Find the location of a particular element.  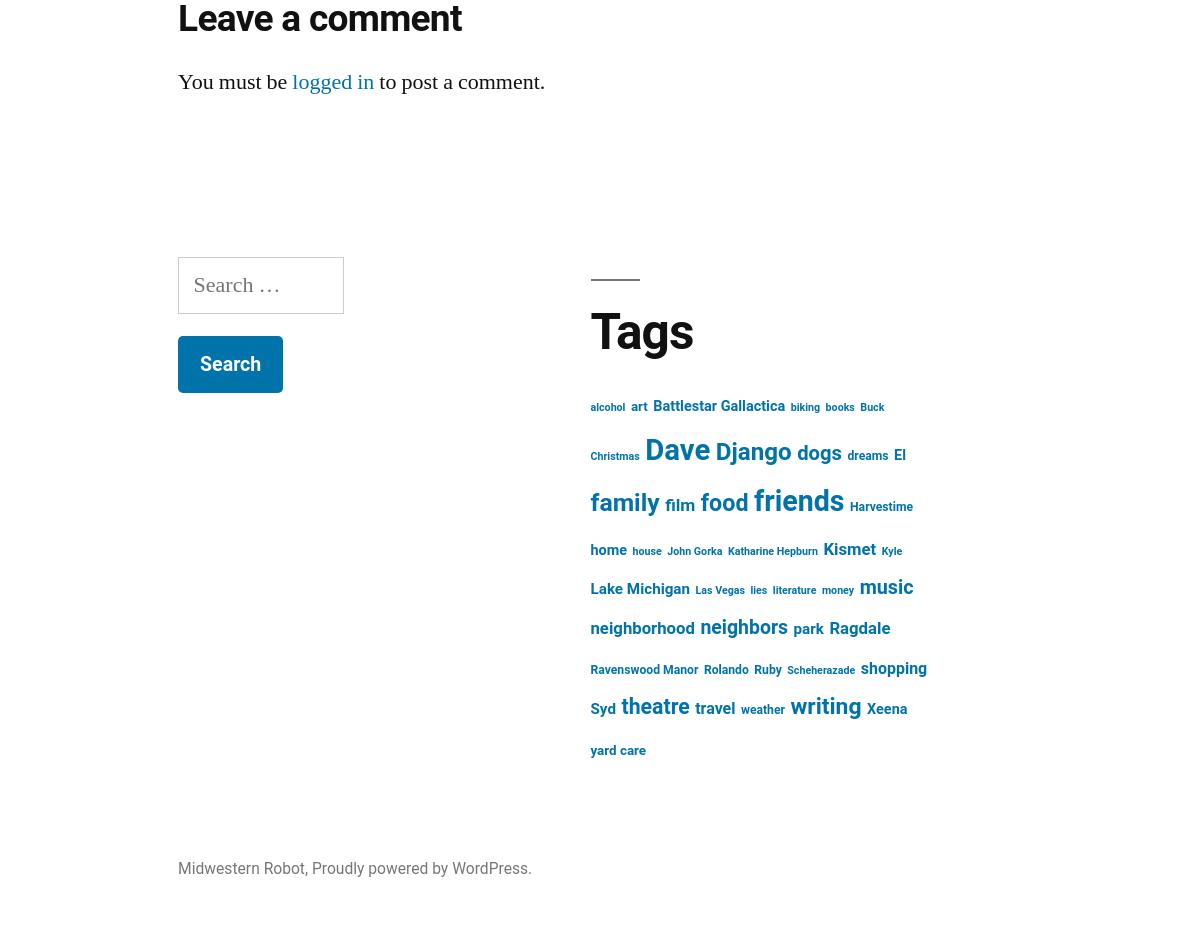

'writing' is located at coordinates (824, 706).